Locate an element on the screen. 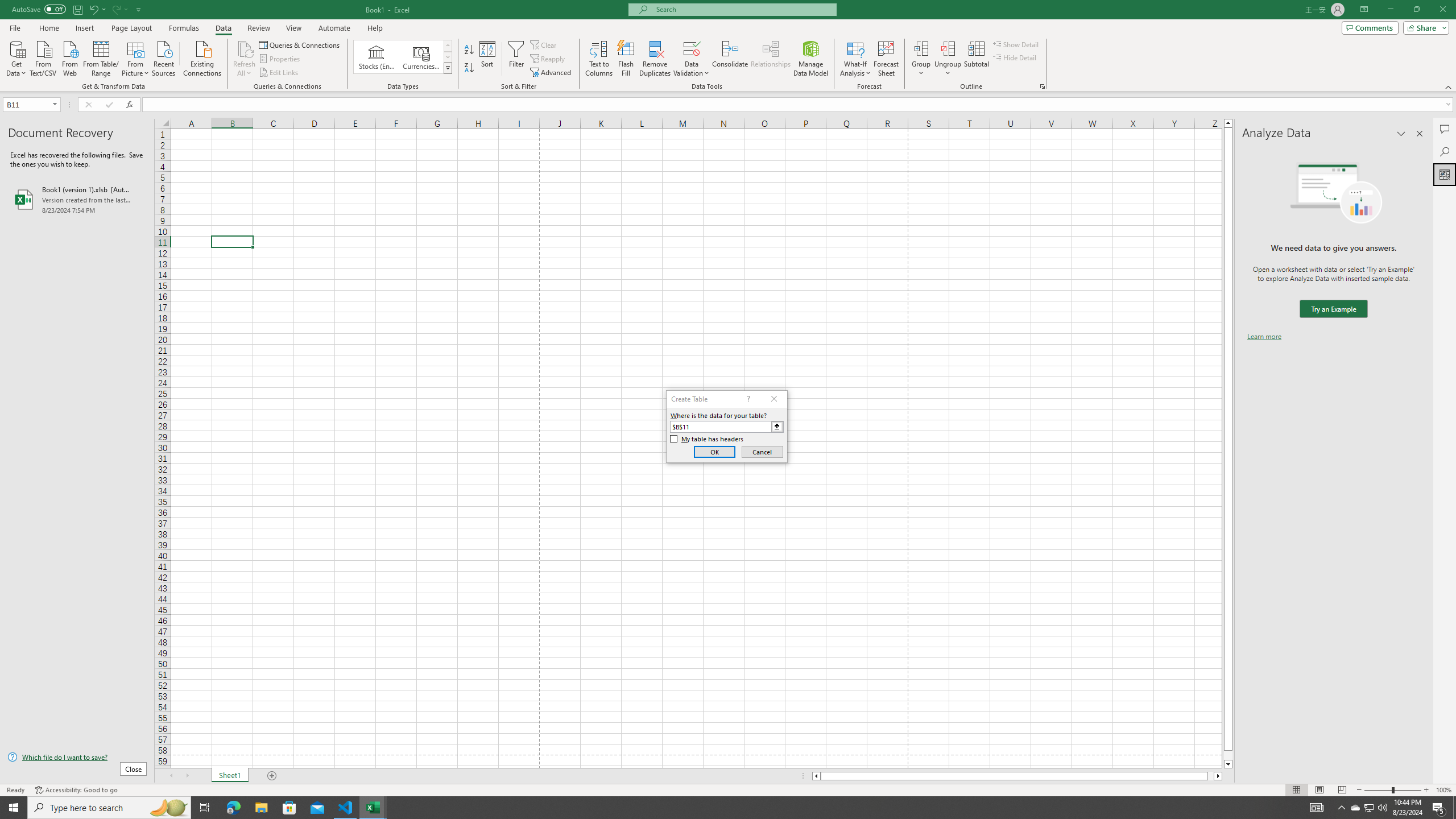 This screenshot has height=819, width=1456. 'Insert' is located at coordinates (84, 28).